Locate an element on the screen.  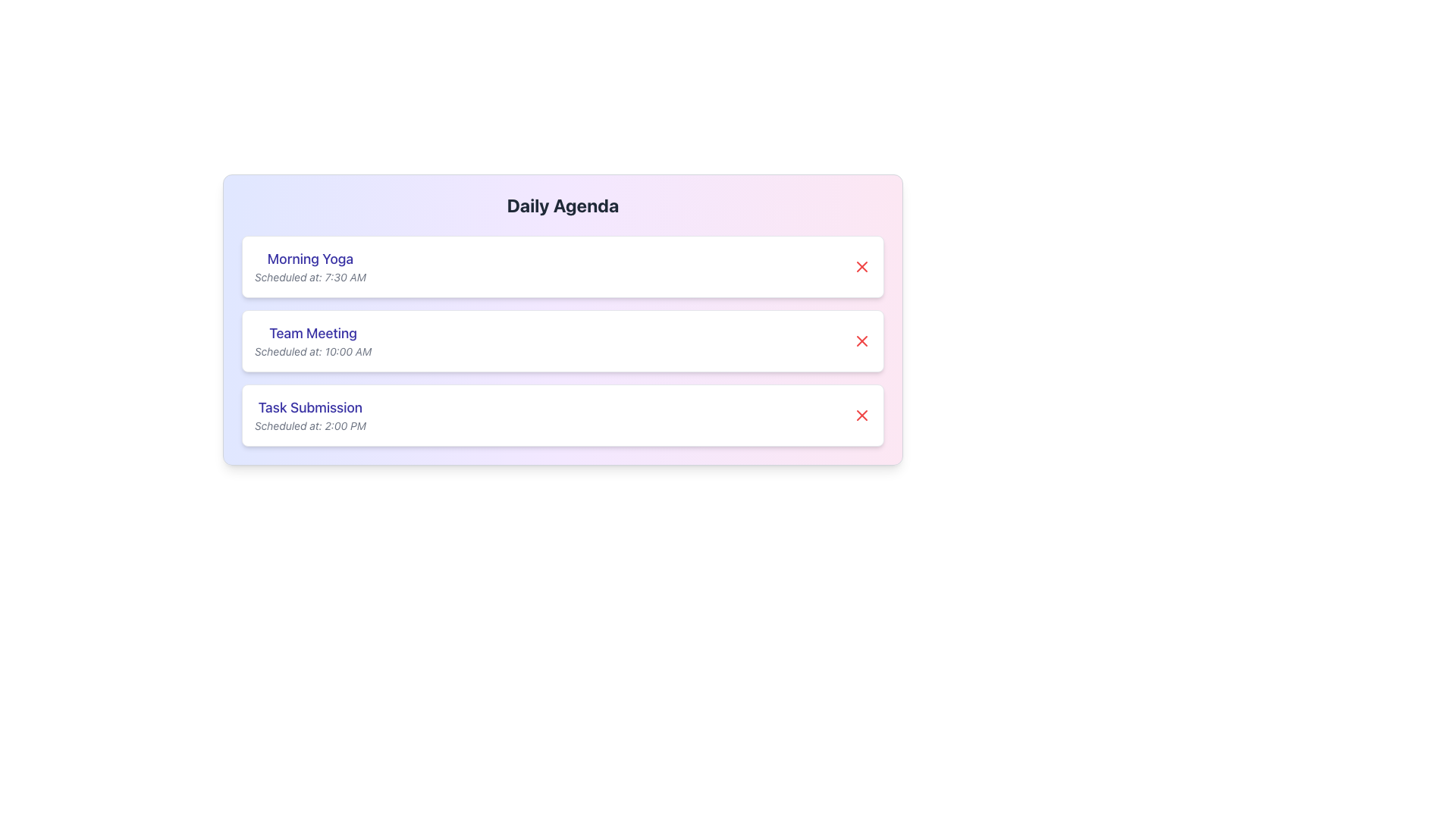
the text label styled in small italic gray font containing the text 'Scheduled at: 2:00 PM', located within the third agenda item 'Task Submission' in the 'Daily Agenda' list is located at coordinates (309, 426).